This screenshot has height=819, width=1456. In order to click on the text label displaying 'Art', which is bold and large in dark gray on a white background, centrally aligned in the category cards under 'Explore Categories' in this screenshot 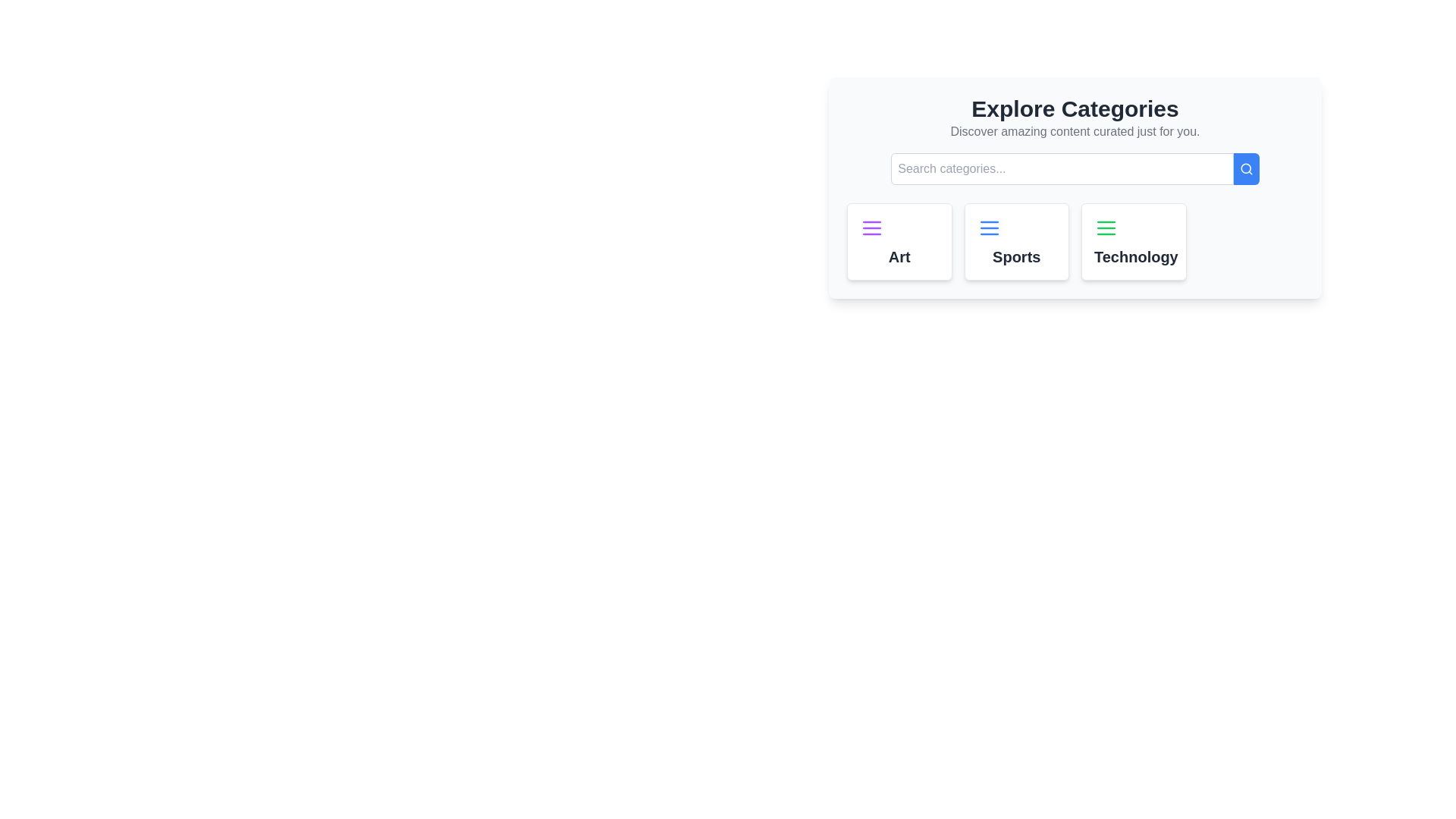, I will do `click(899, 256)`.